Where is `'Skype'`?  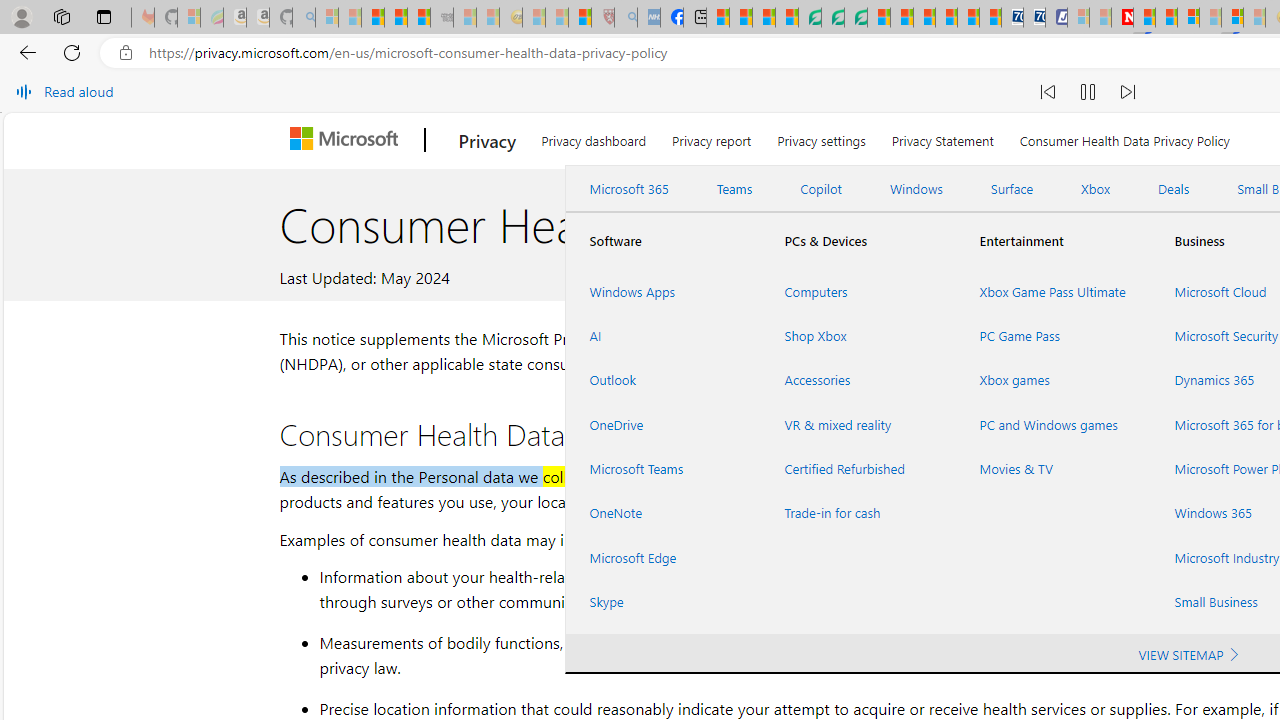 'Skype' is located at coordinates (663, 600).